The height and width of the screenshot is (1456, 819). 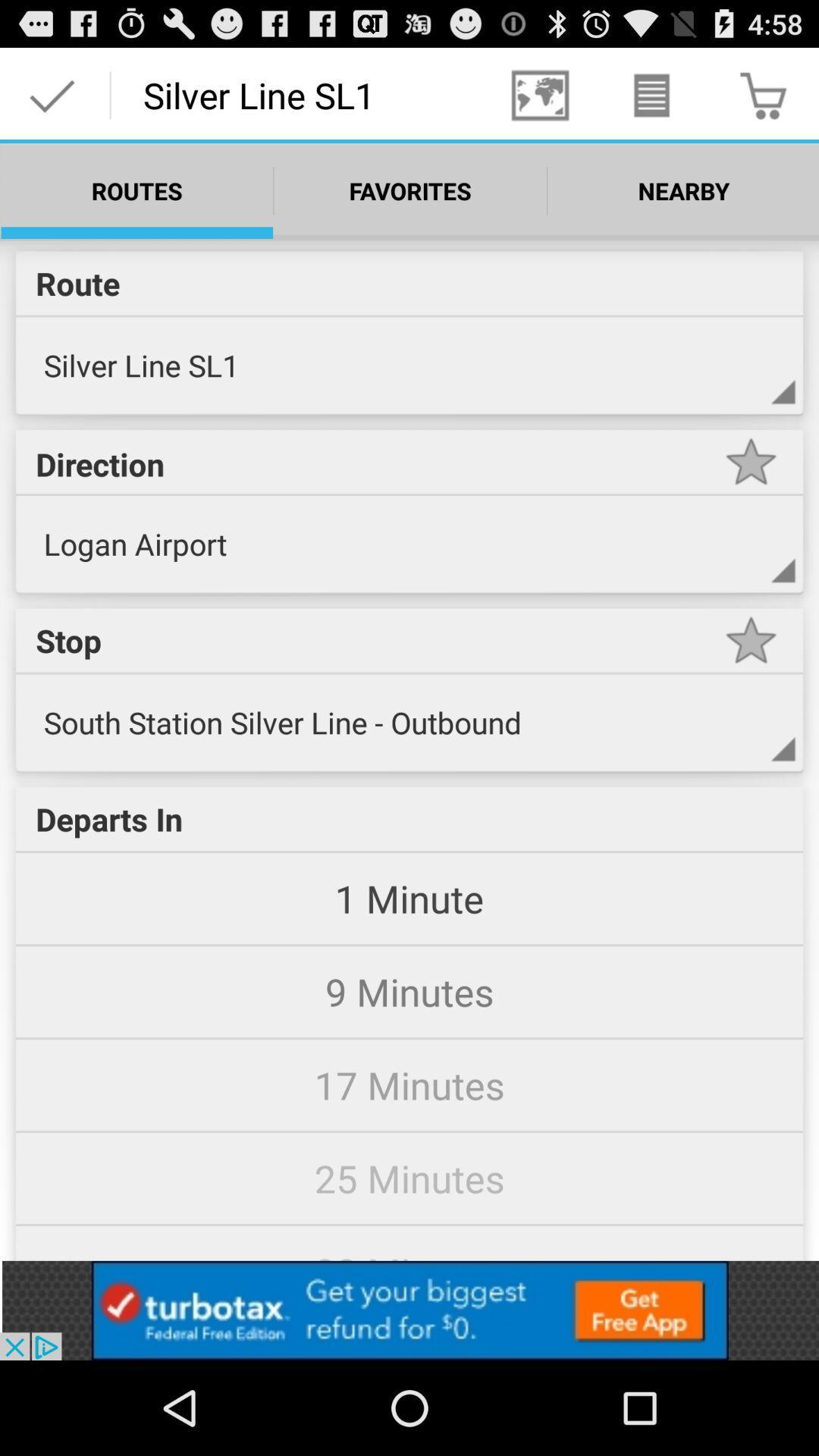 What do you see at coordinates (751, 565) in the screenshot?
I see `direction list` at bounding box center [751, 565].